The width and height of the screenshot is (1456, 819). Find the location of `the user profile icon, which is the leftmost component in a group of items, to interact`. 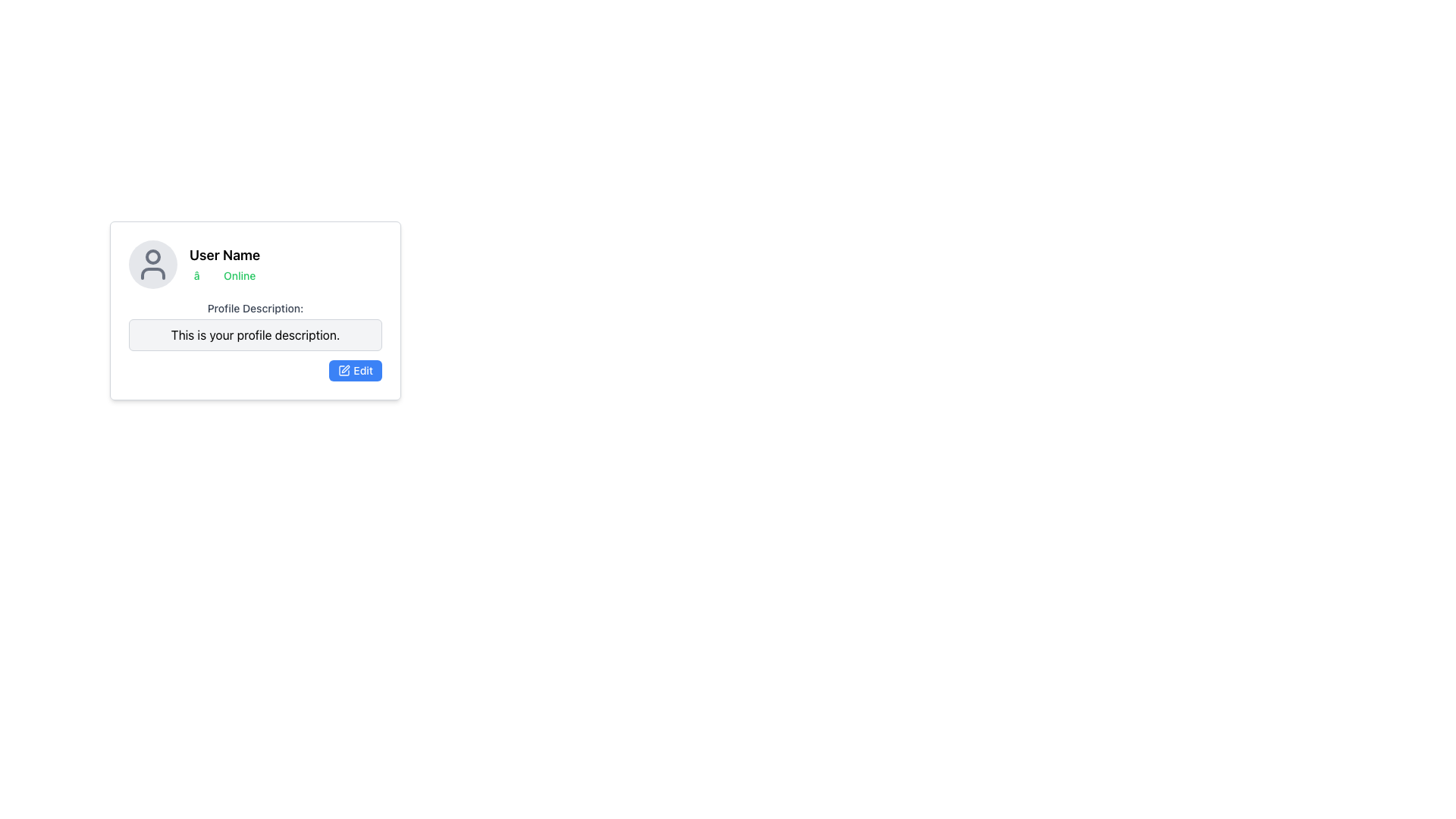

the user profile icon, which is the leftmost component in a group of items, to interact is located at coordinates (152, 263).